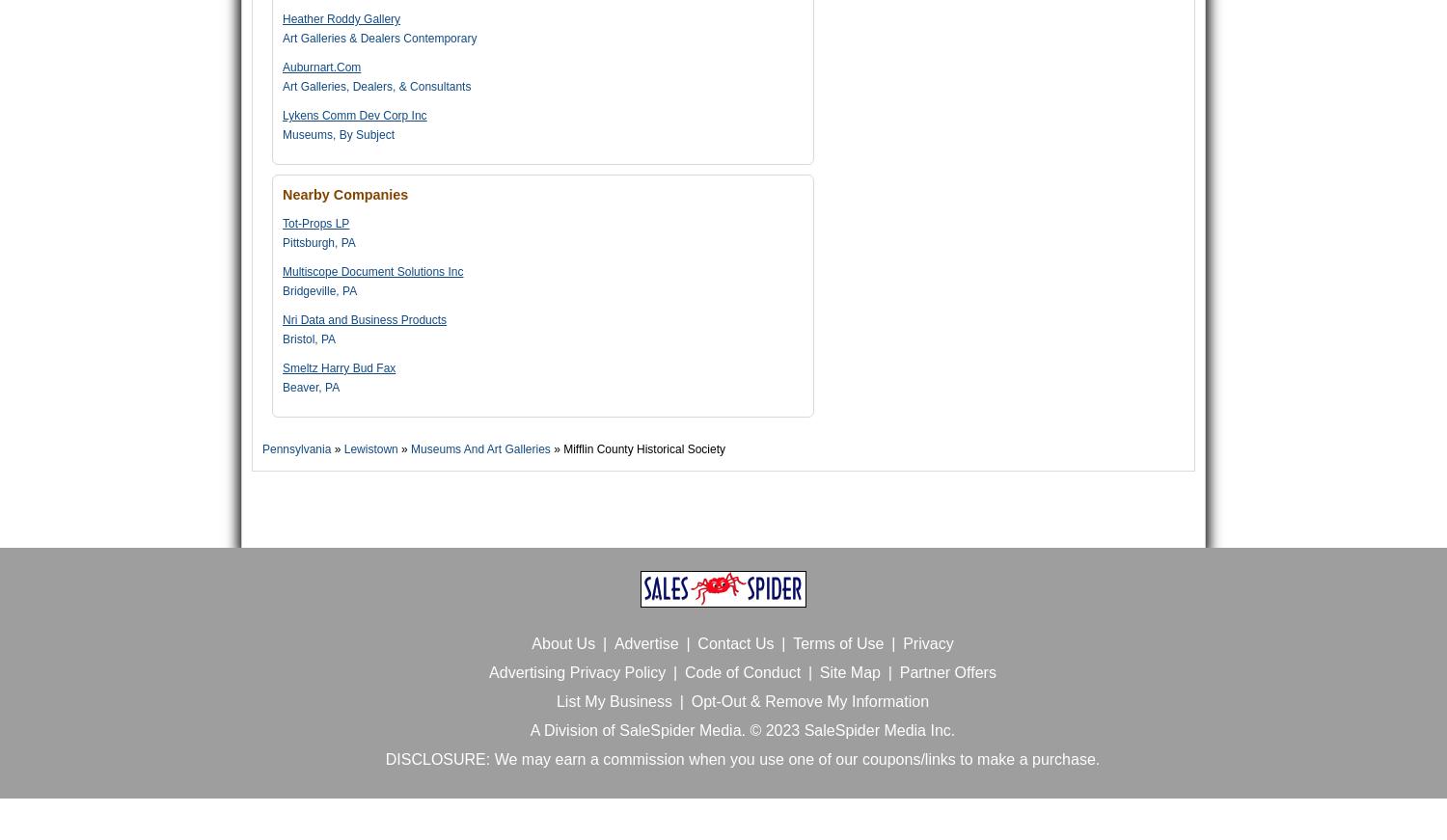 This screenshot has height=840, width=1447. What do you see at coordinates (849, 671) in the screenshot?
I see `'Site Map'` at bounding box center [849, 671].